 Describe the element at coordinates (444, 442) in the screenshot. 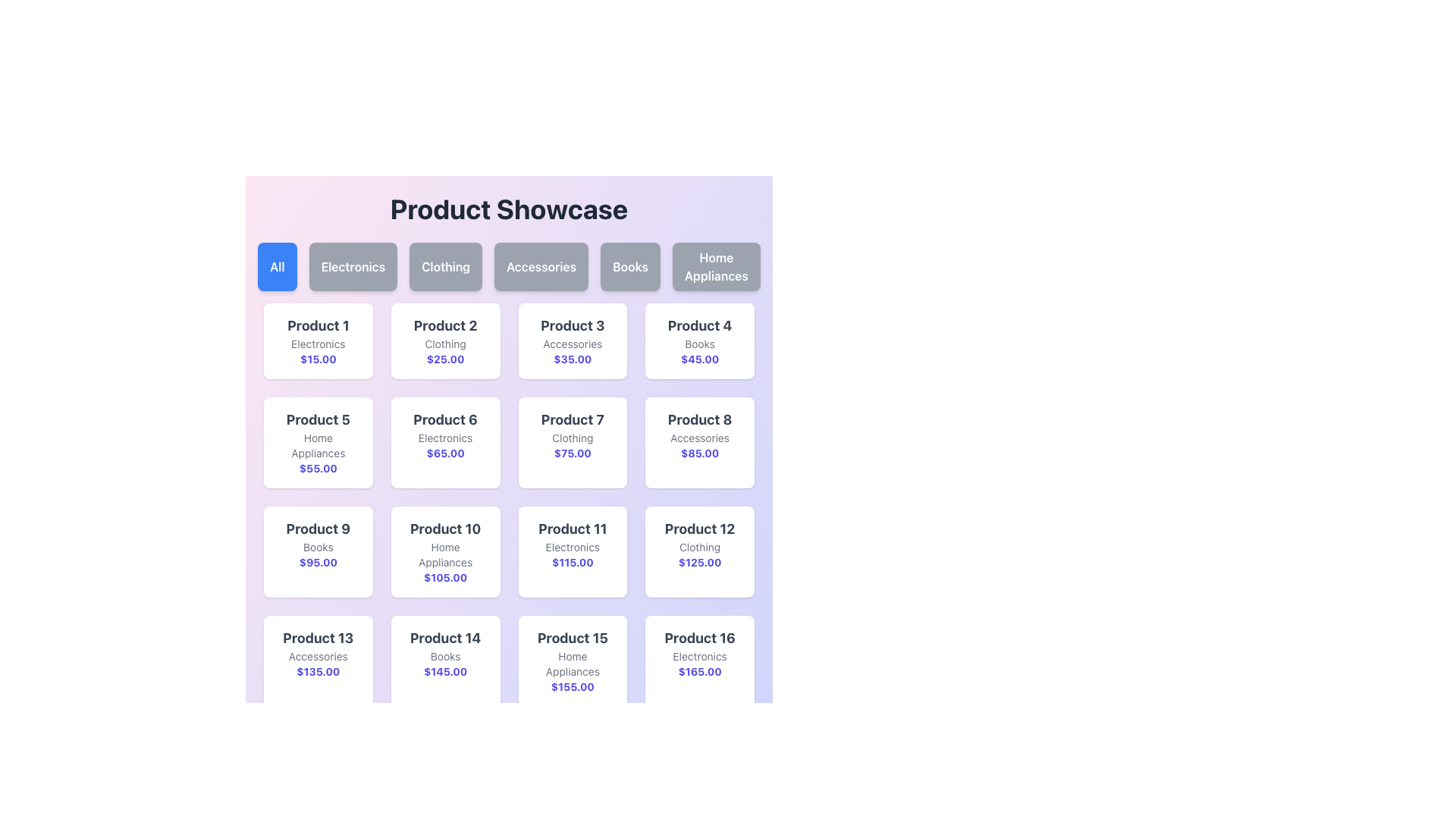

I see `the product display card located in the second row and third column of the grid, which serves as an informational display for users` at that location.